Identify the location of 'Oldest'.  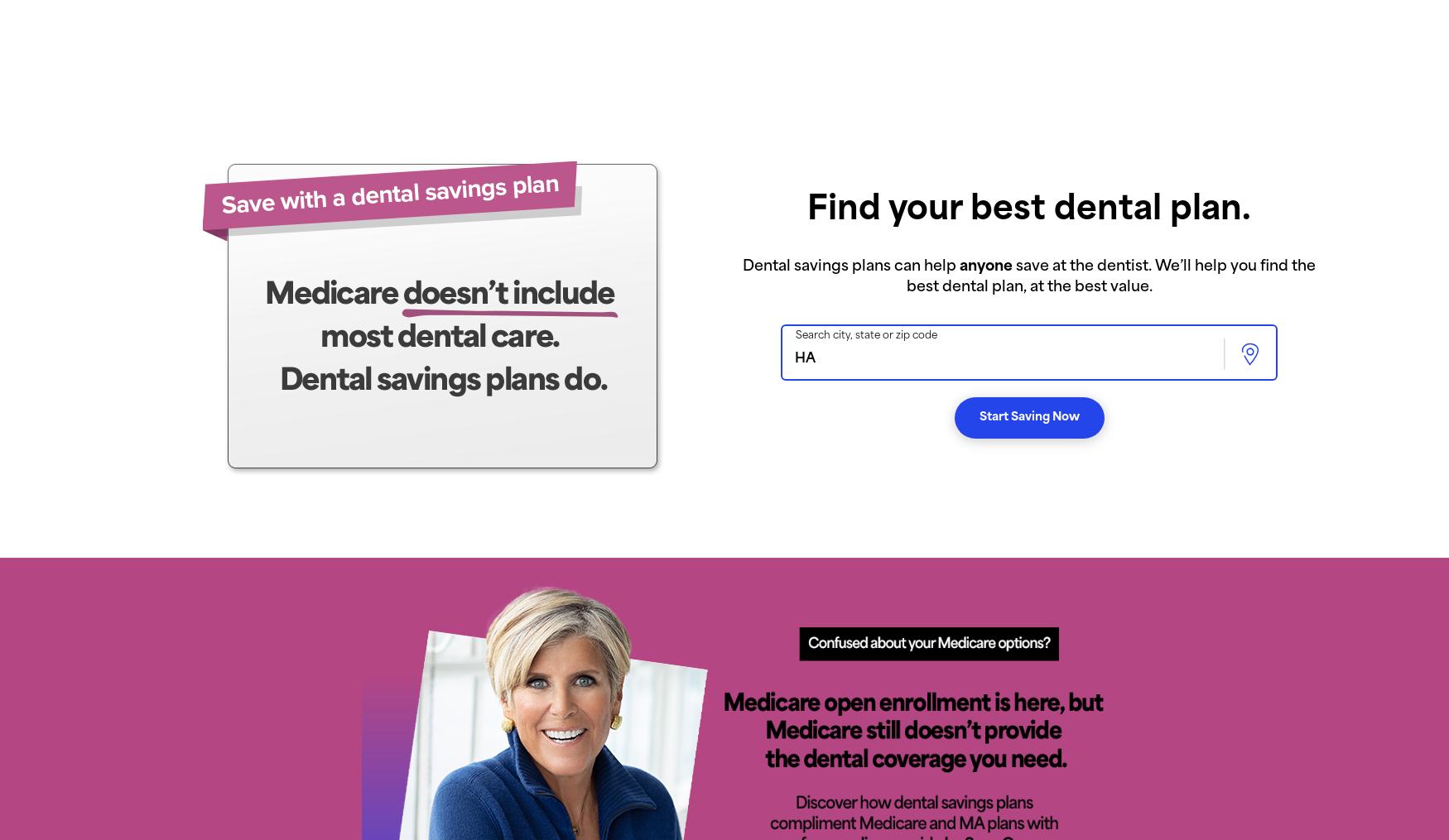
(1042, 109).